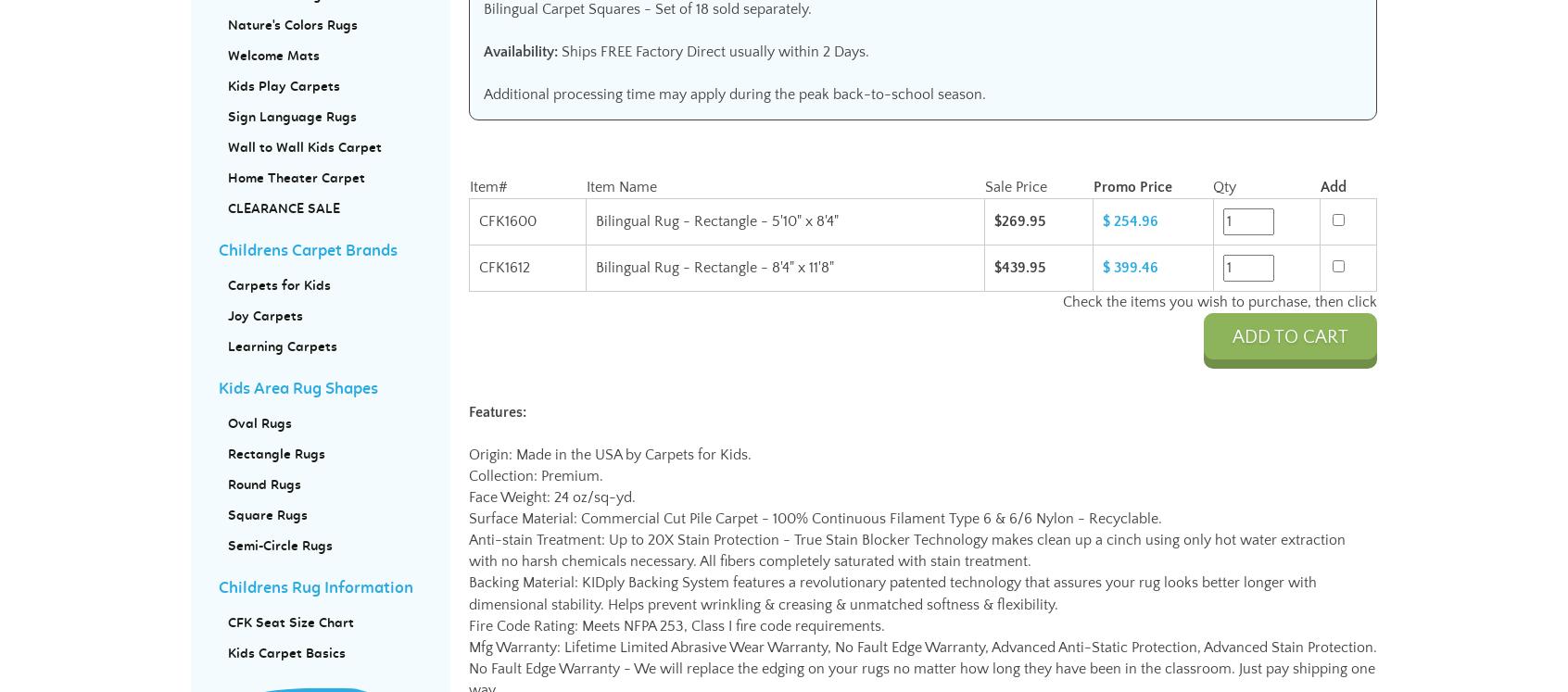 The width and height of the screenshot is (1568, 692). I want to click on '$269.95', so click(1019, 220).